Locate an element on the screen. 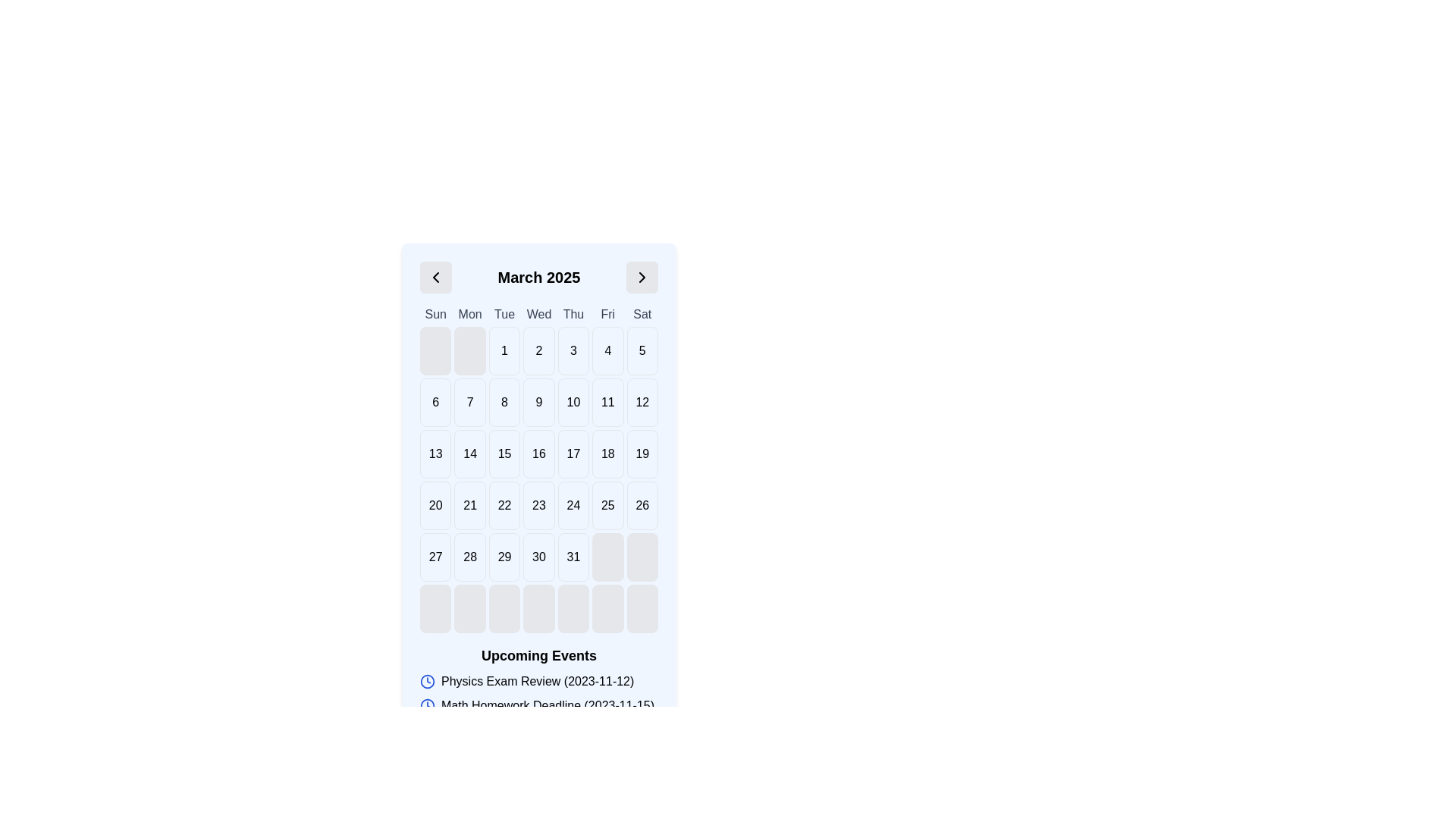  the date selector representing the 23rd day in the calendar grid is located at coordinates (538, 506).